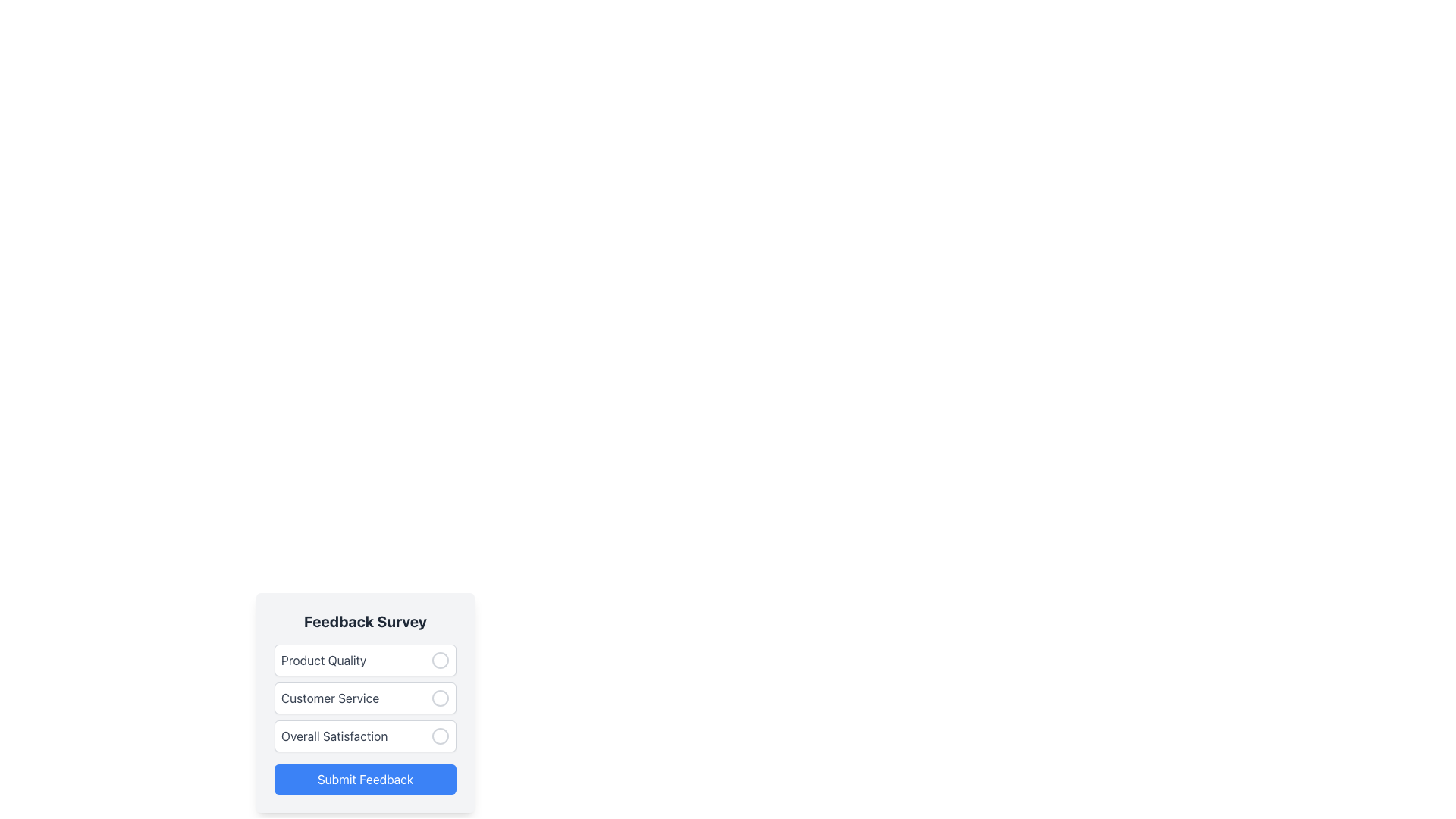 This screenshot has height=819, width=1456. Describe the element at coordinates (439, 736) in the screenshot. I see `the third radio button located to the right of the 'Overall Satisfaction' label in the feedback survey panel` at that location.